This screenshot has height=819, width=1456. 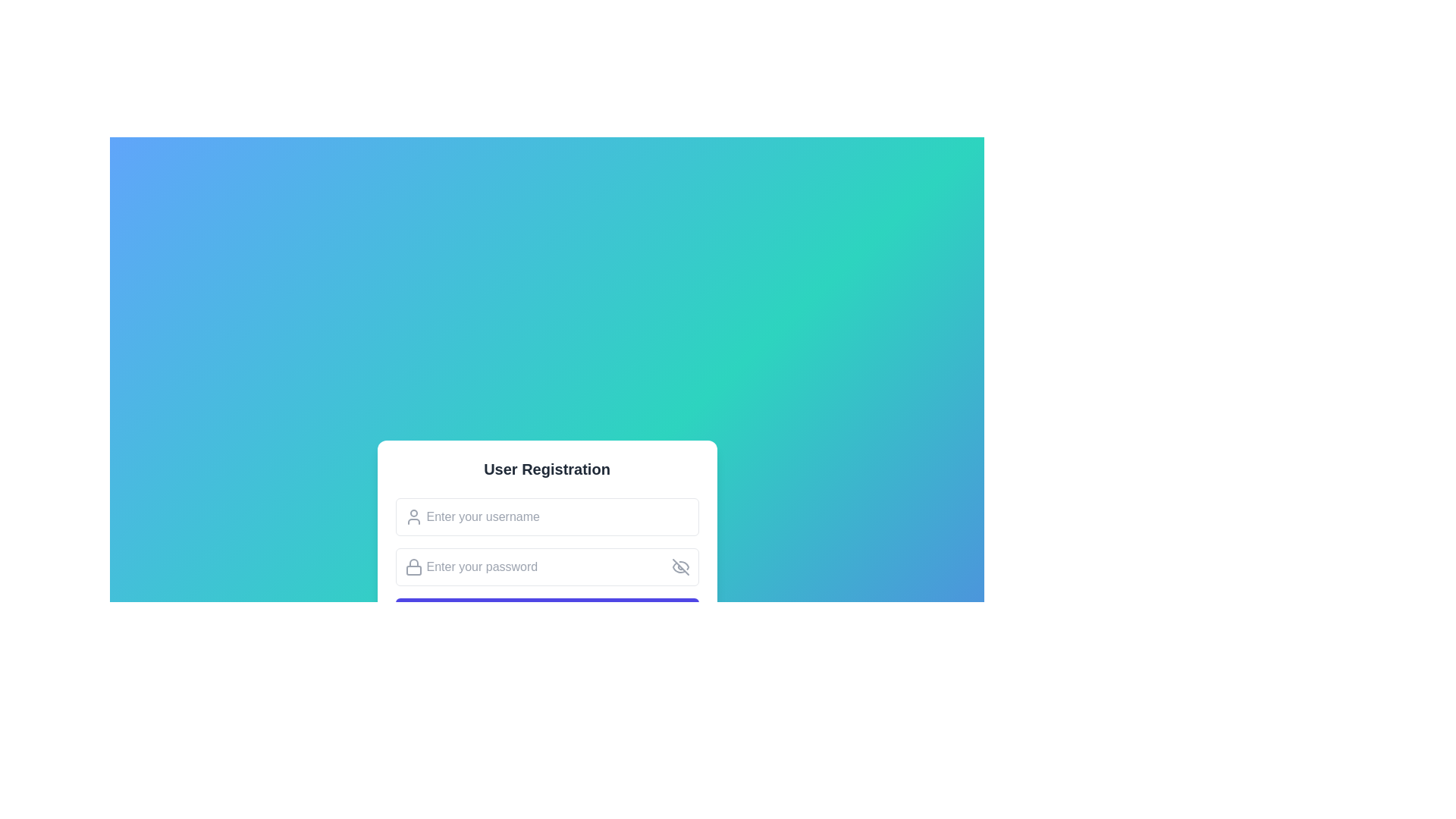 What do you see at coordinates (413, 563) in the screenshot?
I see `the shackle icon of the lock, which is part of the SVG icon to the left of the 'Enter your password' field in the user registration form` at bounding box center [413, 563].